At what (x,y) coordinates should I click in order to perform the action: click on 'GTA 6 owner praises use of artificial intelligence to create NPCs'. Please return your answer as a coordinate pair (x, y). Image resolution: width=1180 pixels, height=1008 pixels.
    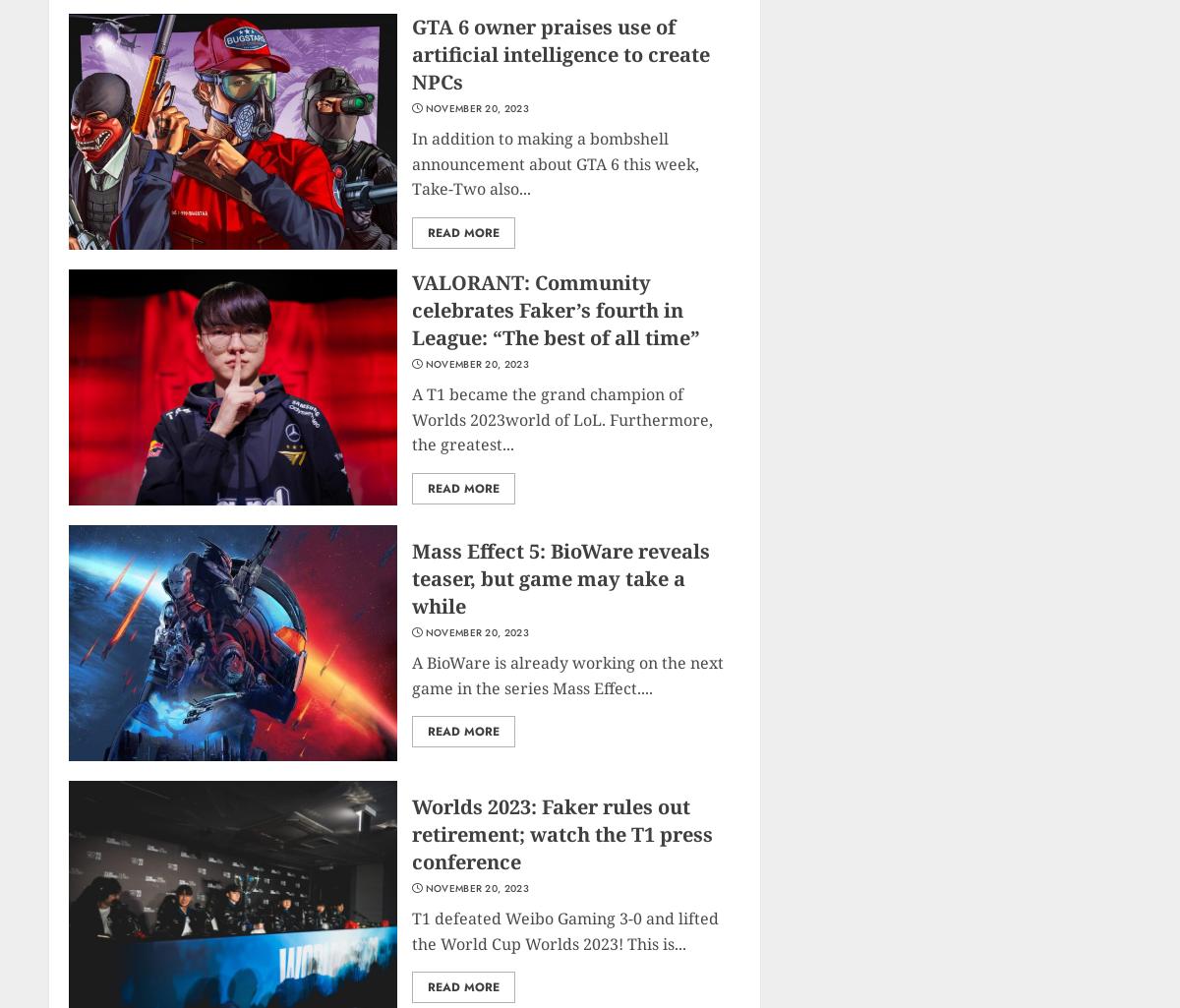
    Looking at the image, I should click on (560, 53).